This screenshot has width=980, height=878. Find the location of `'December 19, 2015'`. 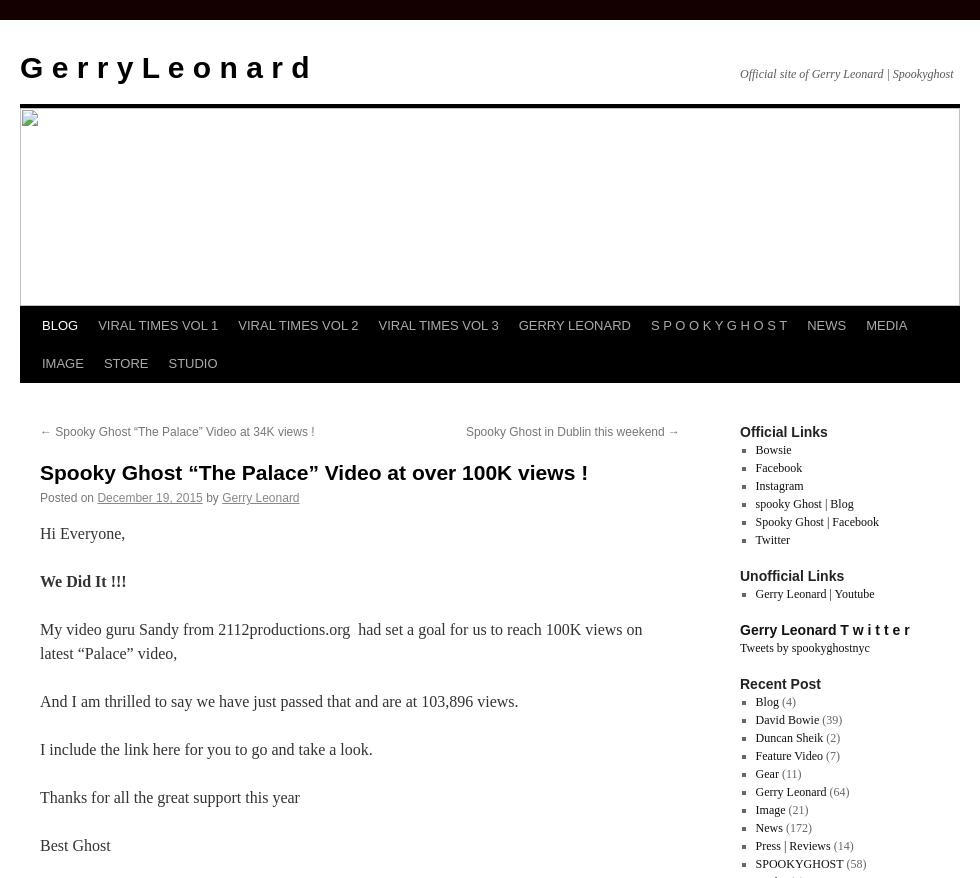

'December 19, 2015' is located at coordinates (149, 498).